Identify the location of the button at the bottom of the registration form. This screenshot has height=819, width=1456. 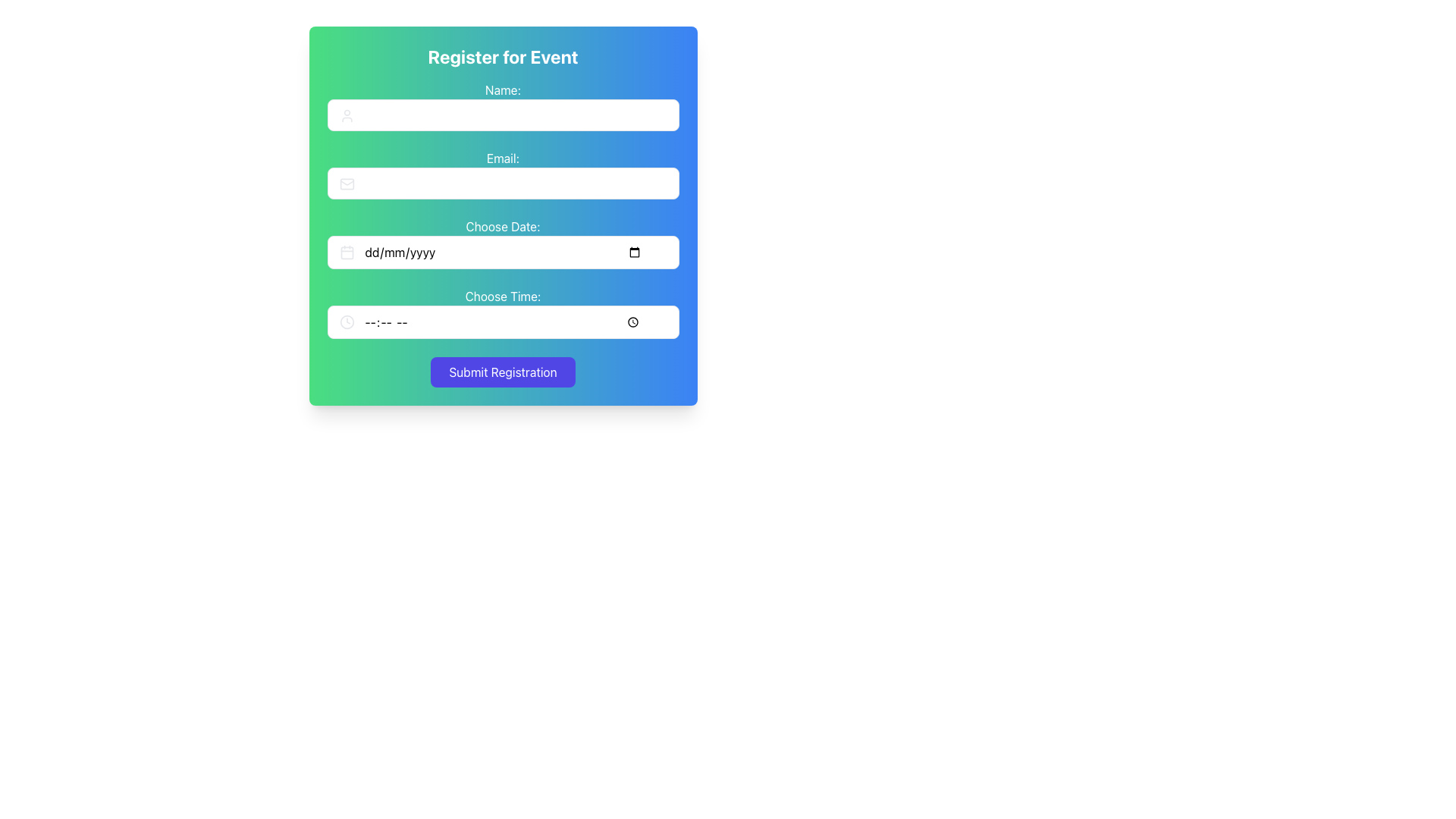
(503, 372).